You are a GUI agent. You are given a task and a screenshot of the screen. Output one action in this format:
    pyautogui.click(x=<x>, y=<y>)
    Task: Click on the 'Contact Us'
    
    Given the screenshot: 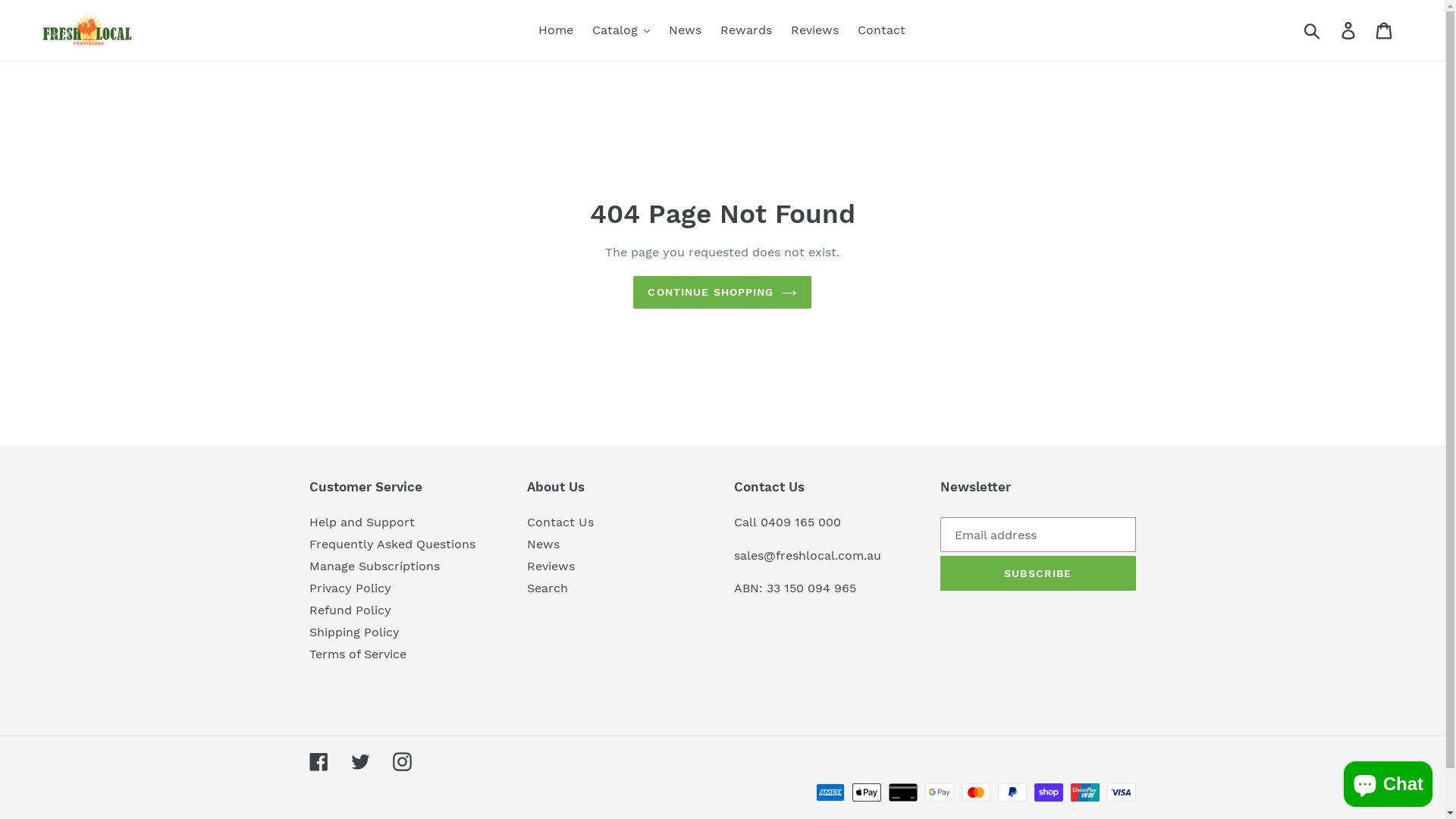 What is the action you would take?
    pyautogui.click(x=560, y=521)
    